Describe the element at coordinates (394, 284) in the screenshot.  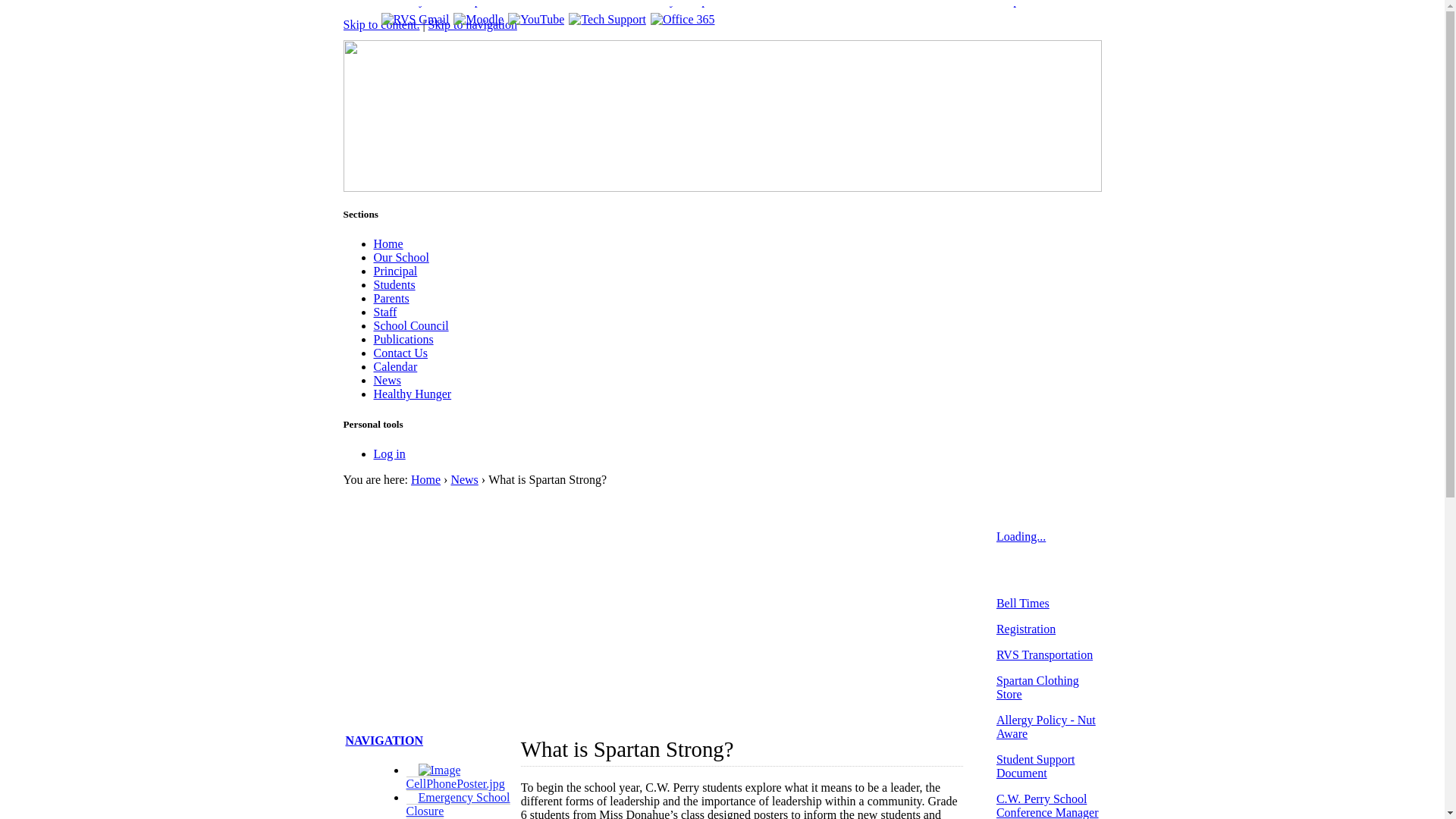
I see `'Students'` at that location.